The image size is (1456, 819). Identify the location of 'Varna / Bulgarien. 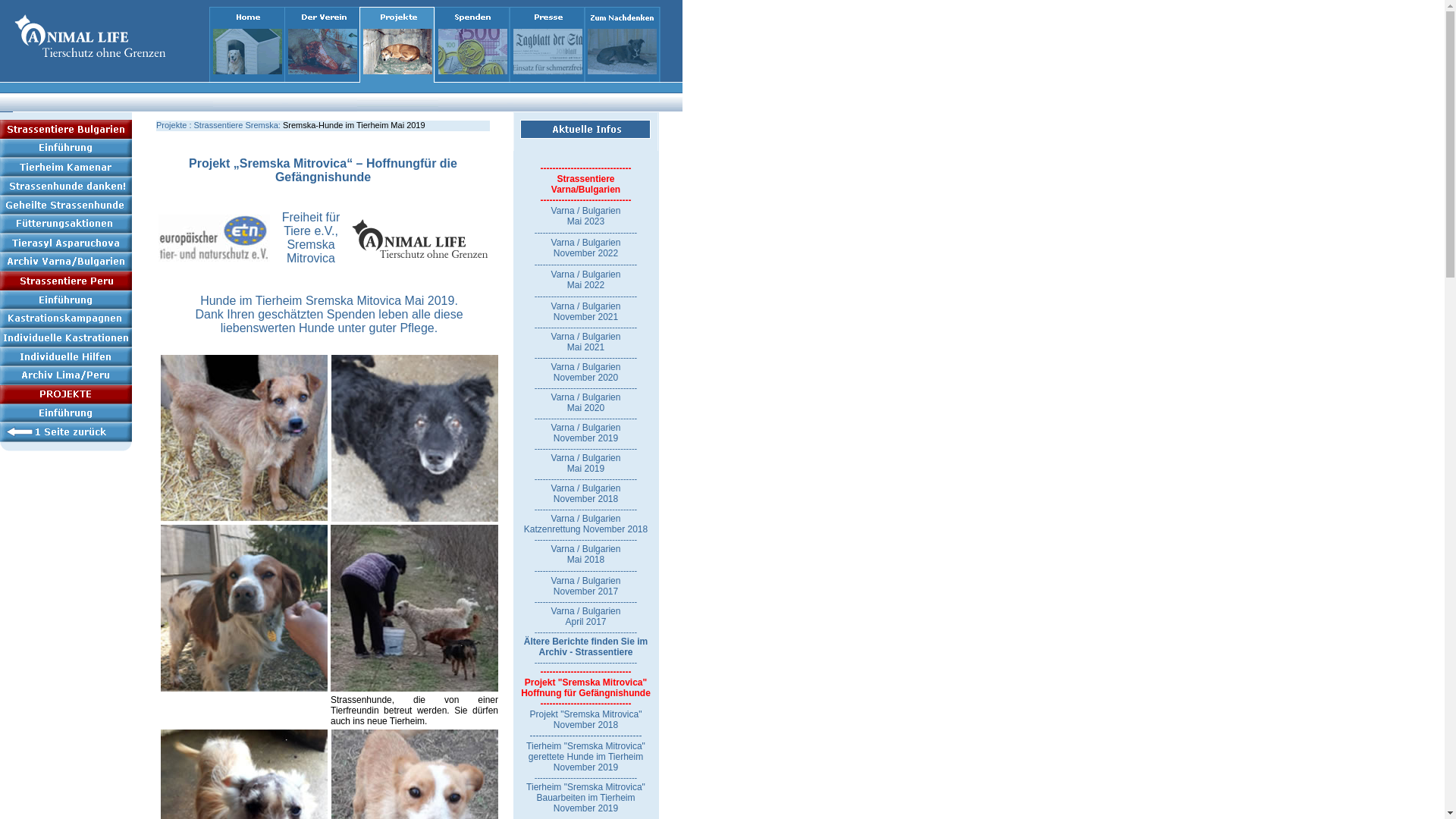
(550, 311).